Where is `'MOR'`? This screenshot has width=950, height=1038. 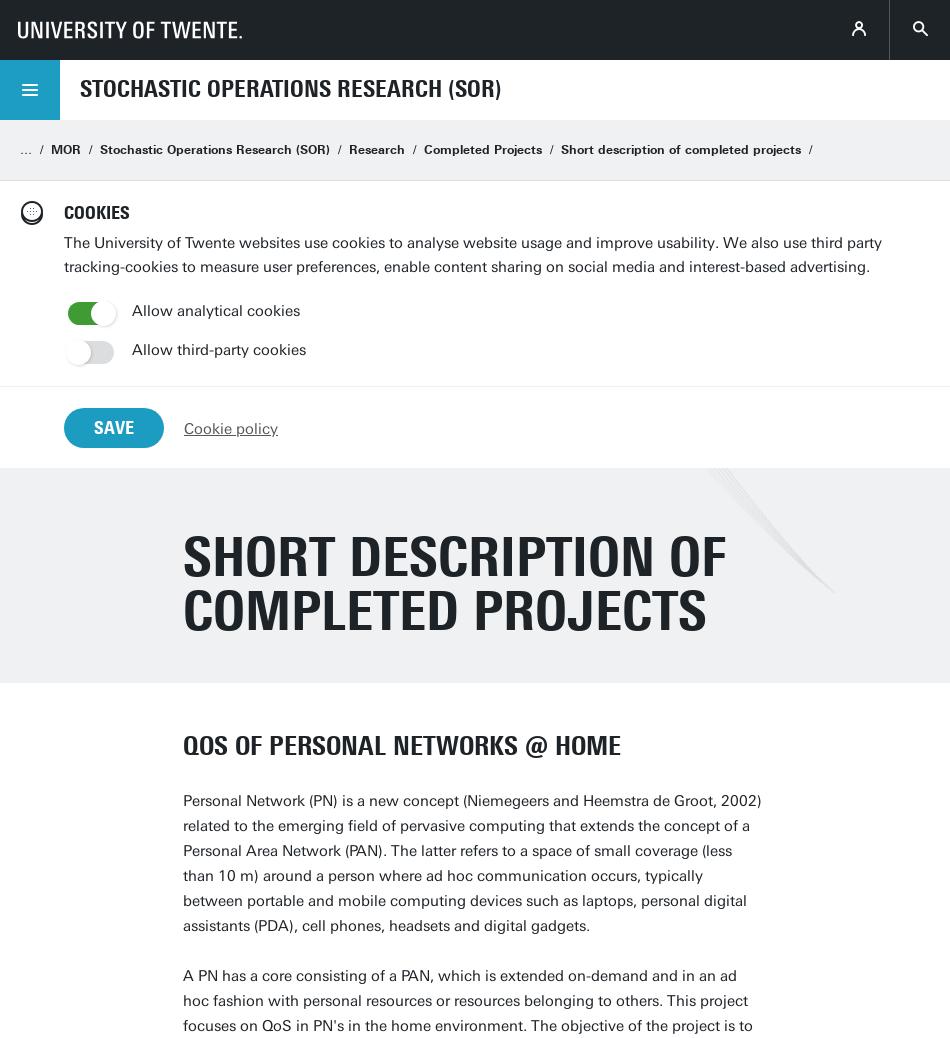 'MOR' is located at coordinates (66, 148).